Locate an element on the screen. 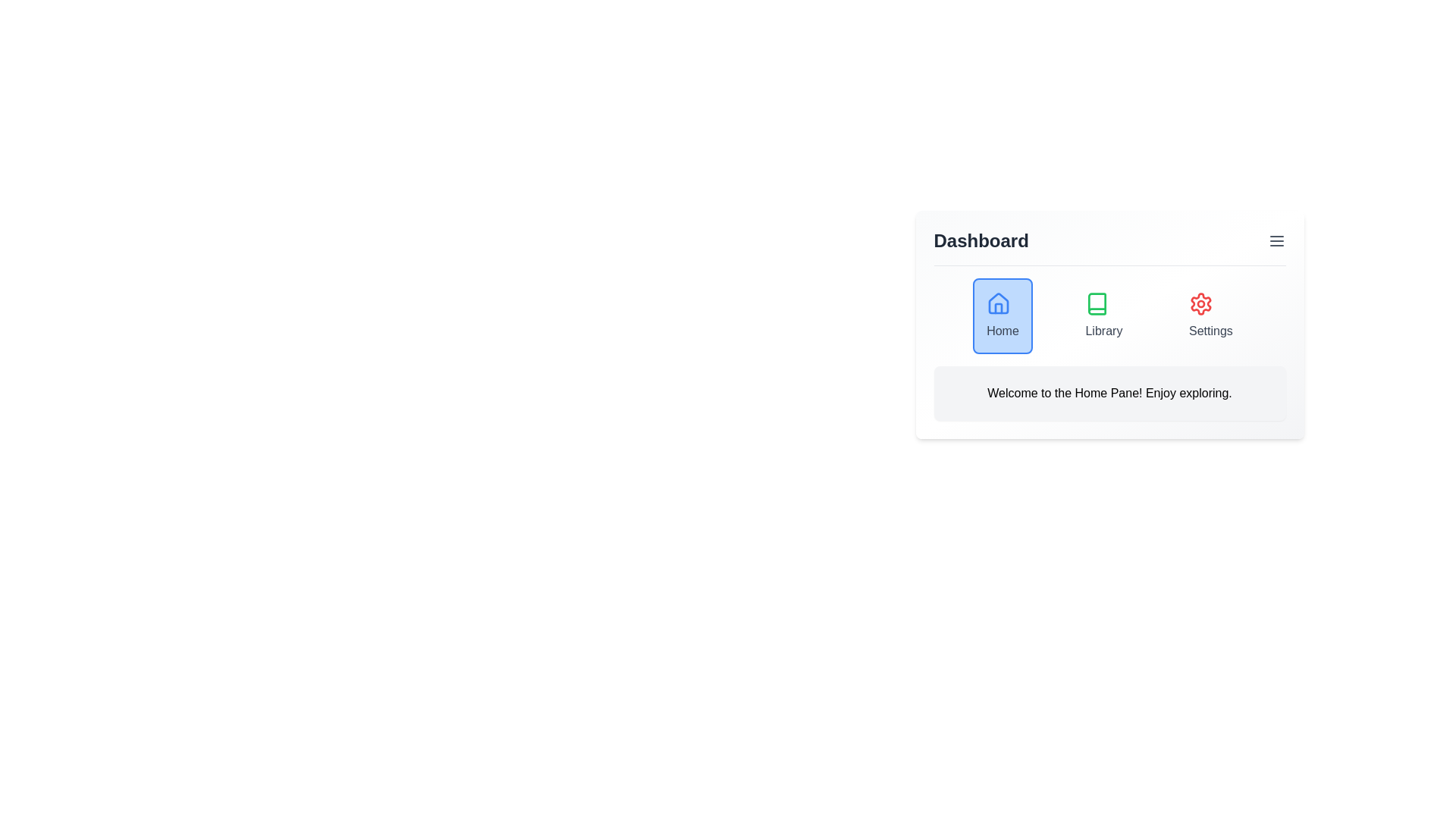 The width and height of the screenshot is (1456, 819). the middle button of the navigation menu labeled 'Library' in the Button Group located in the 'Dashboard' section is located at coordinates (1109, 315).